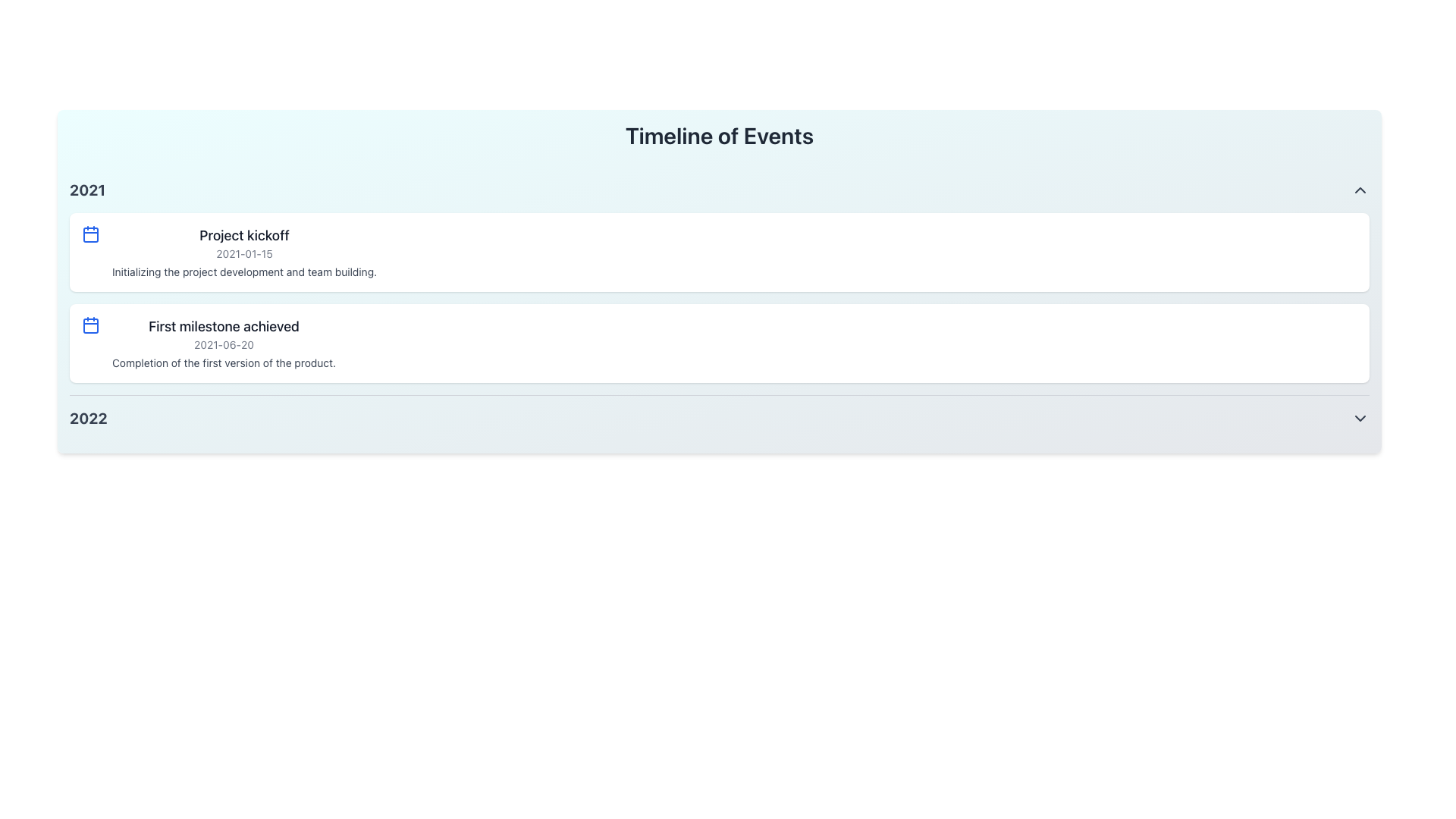  I want to click on title displayed in the text label, which shows 'Timeline of Events' in bold within a light blue gradient header, so click(719, 134).